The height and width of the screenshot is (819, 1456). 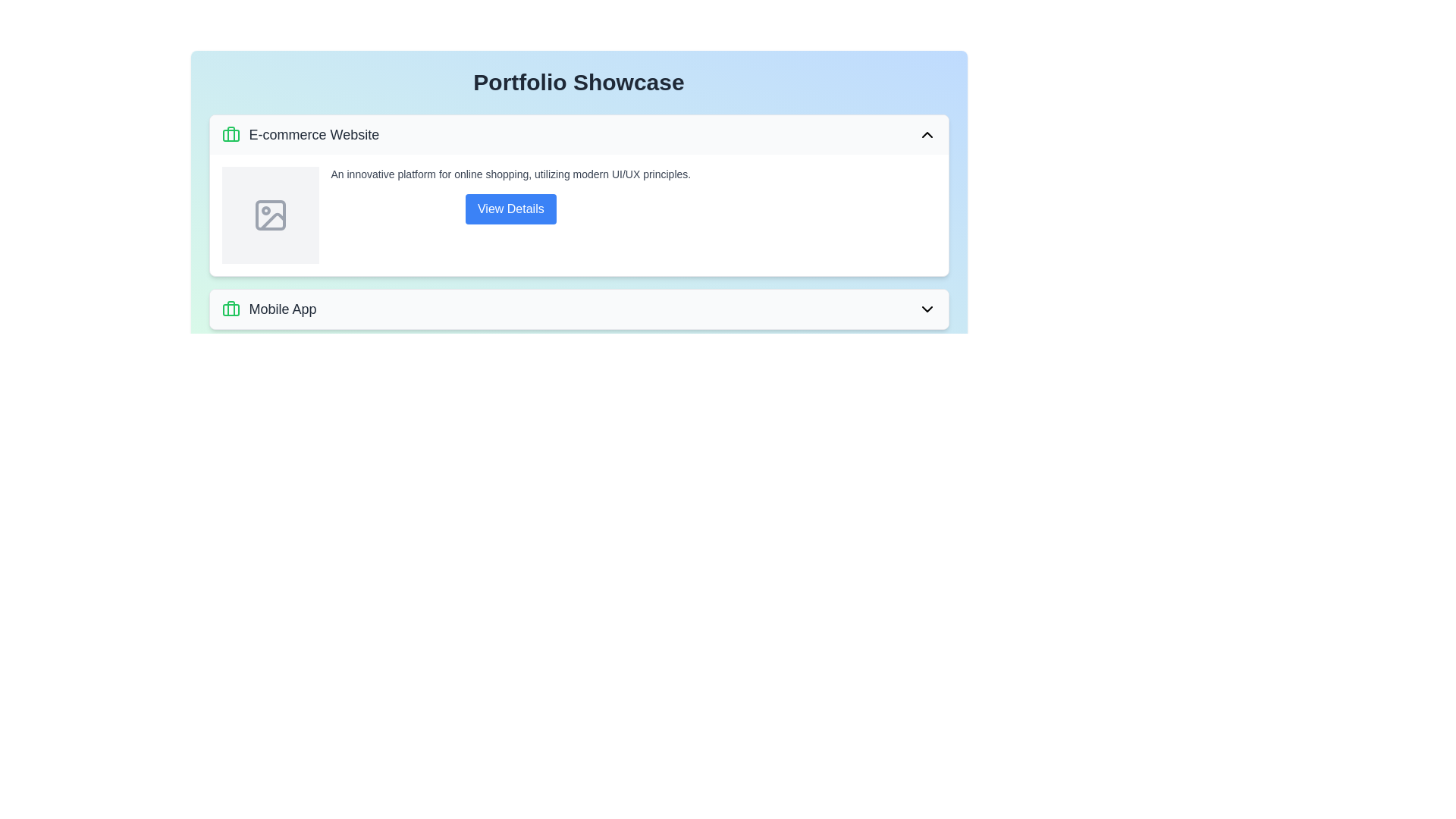 I want to click on the collapsible list item titled 'Mobile App' located in the 'Portfolio Showcase' section, so click(x=578, y=309).